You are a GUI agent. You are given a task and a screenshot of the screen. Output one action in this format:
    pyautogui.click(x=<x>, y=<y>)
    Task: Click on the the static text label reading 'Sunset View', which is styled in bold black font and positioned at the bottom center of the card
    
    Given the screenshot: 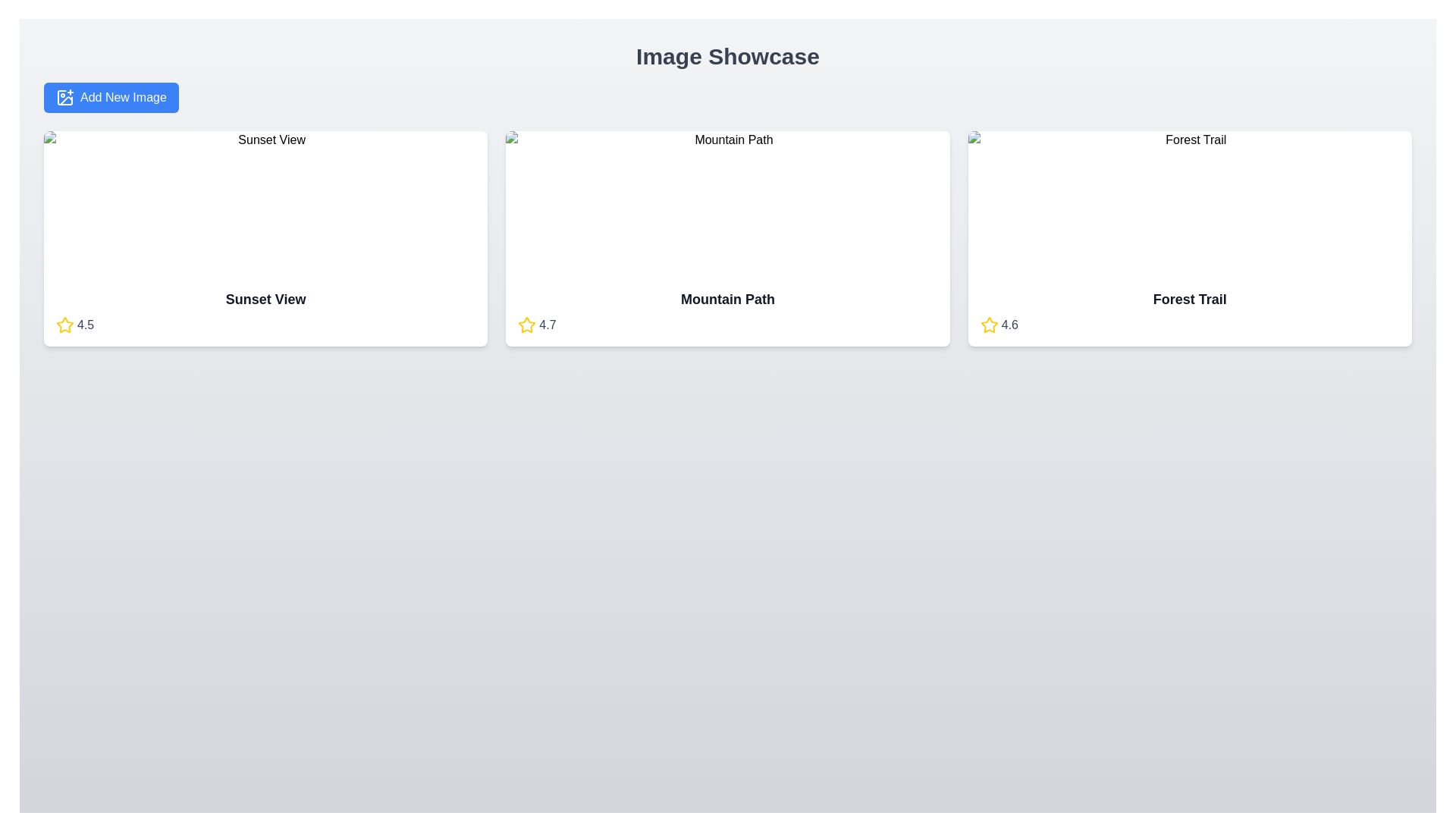 What is the action you would take?
    pyautogui.click(x=265, y=299)
    